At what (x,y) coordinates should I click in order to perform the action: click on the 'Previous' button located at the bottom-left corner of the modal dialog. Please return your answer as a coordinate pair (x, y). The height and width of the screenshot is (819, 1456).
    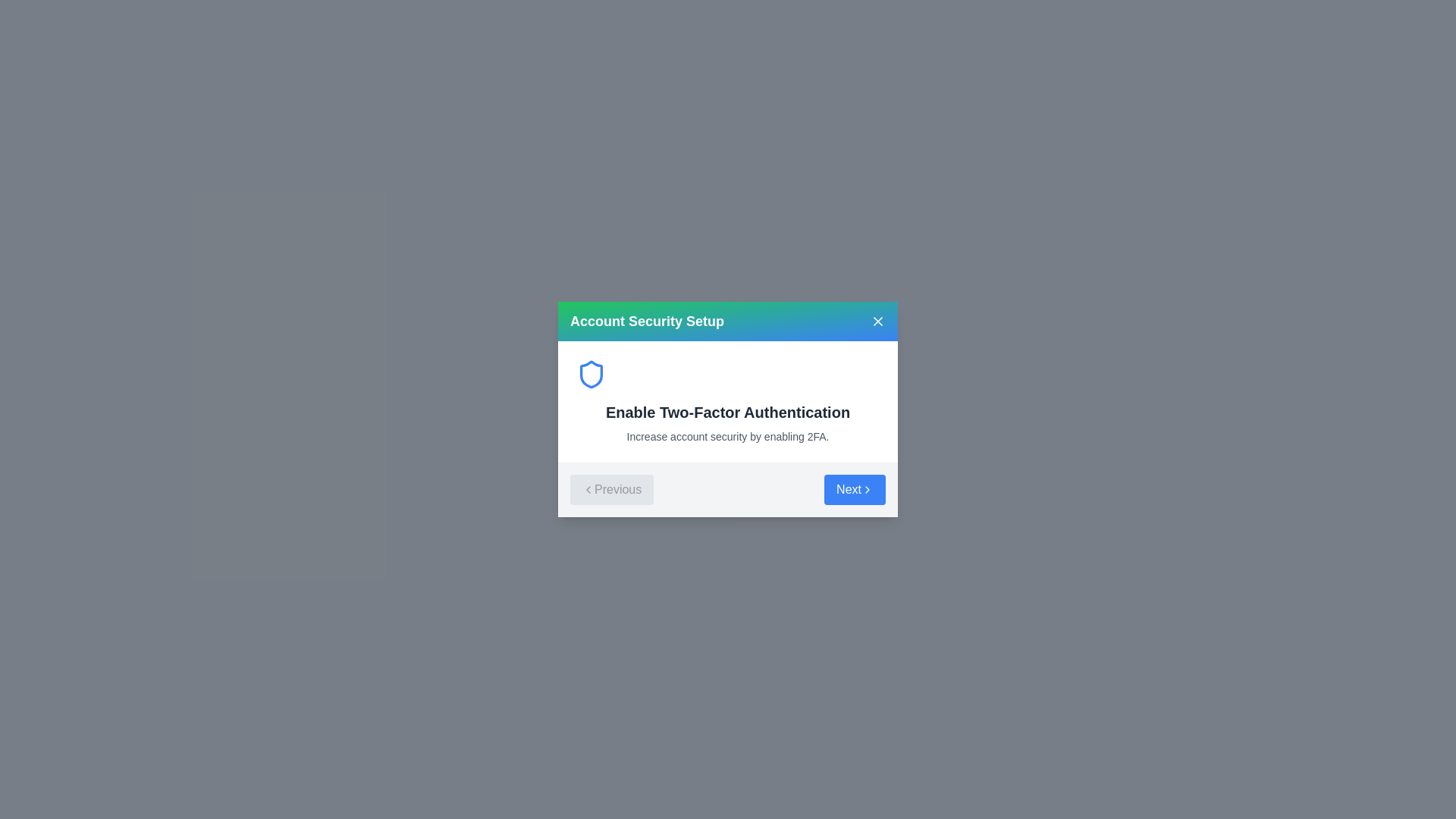
    Looking at the image, I should click on (612, 489).